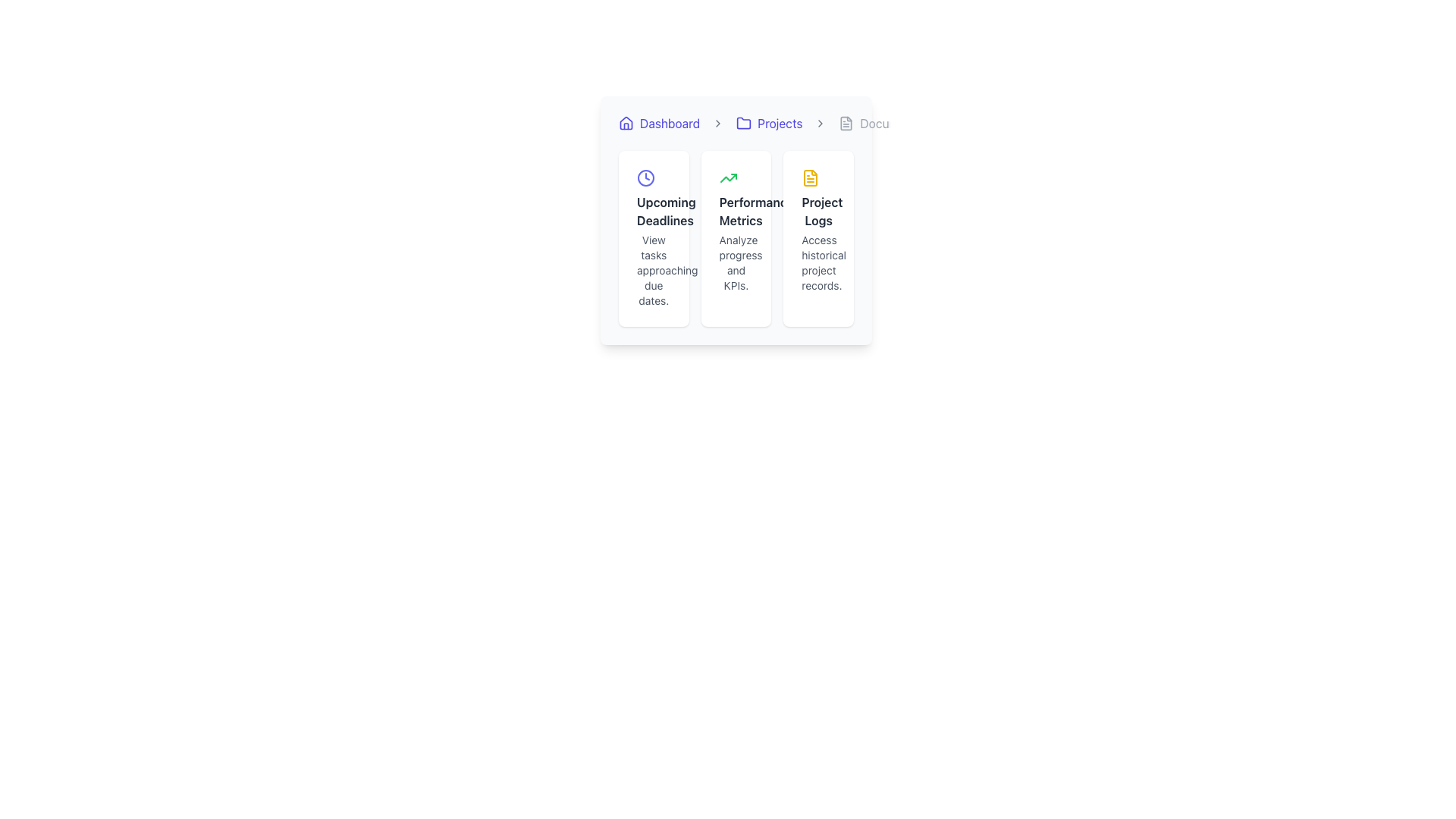  What do you see at coordinates (744, 122) in the screenshot?
I see `the folder icon in the breadcrumb navigation bar, which is located to the immediate left of the 'Projects' label` at bounding box center [744, 122].